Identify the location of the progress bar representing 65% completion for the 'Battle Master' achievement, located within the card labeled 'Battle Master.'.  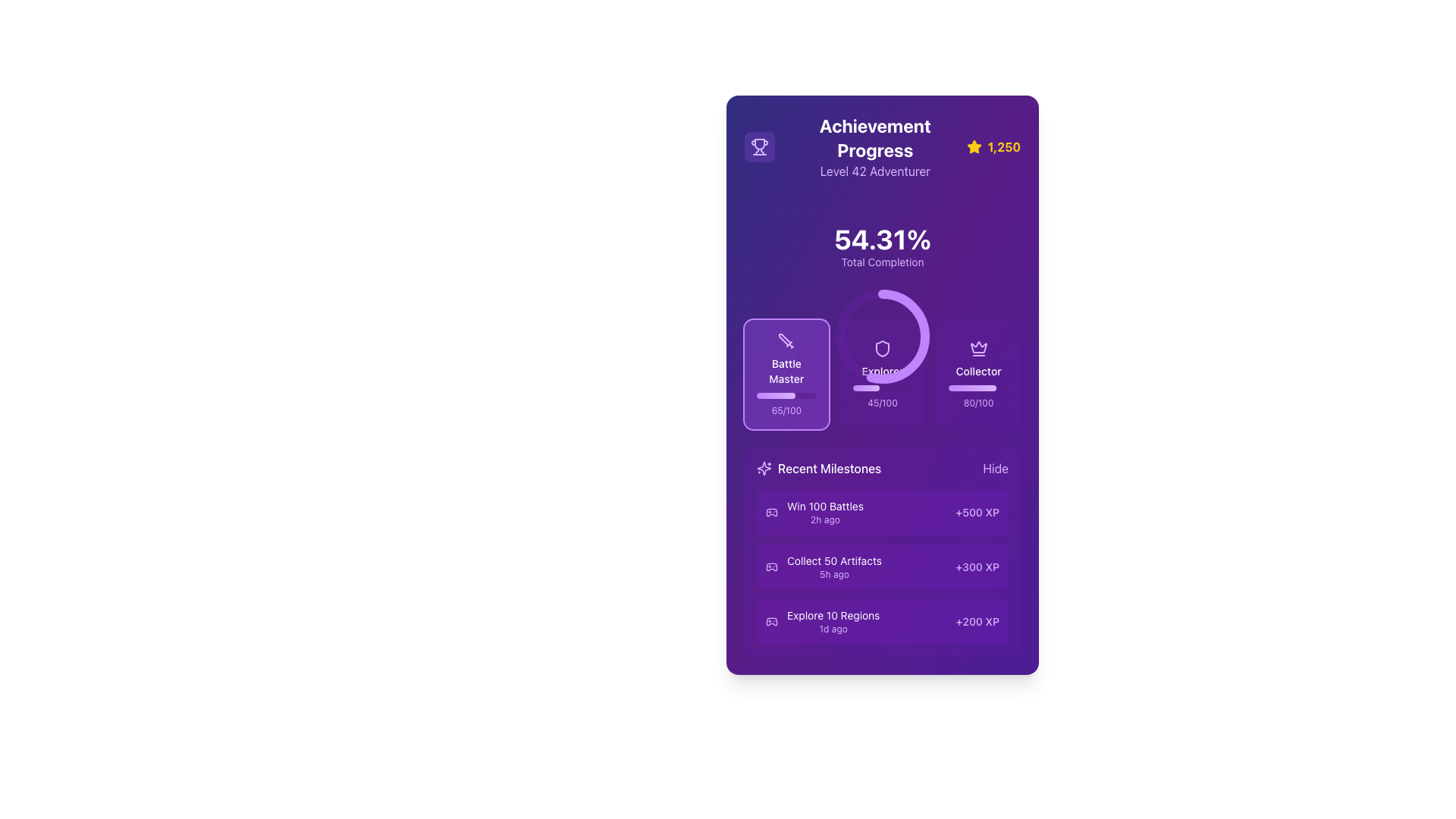
(776, 394).